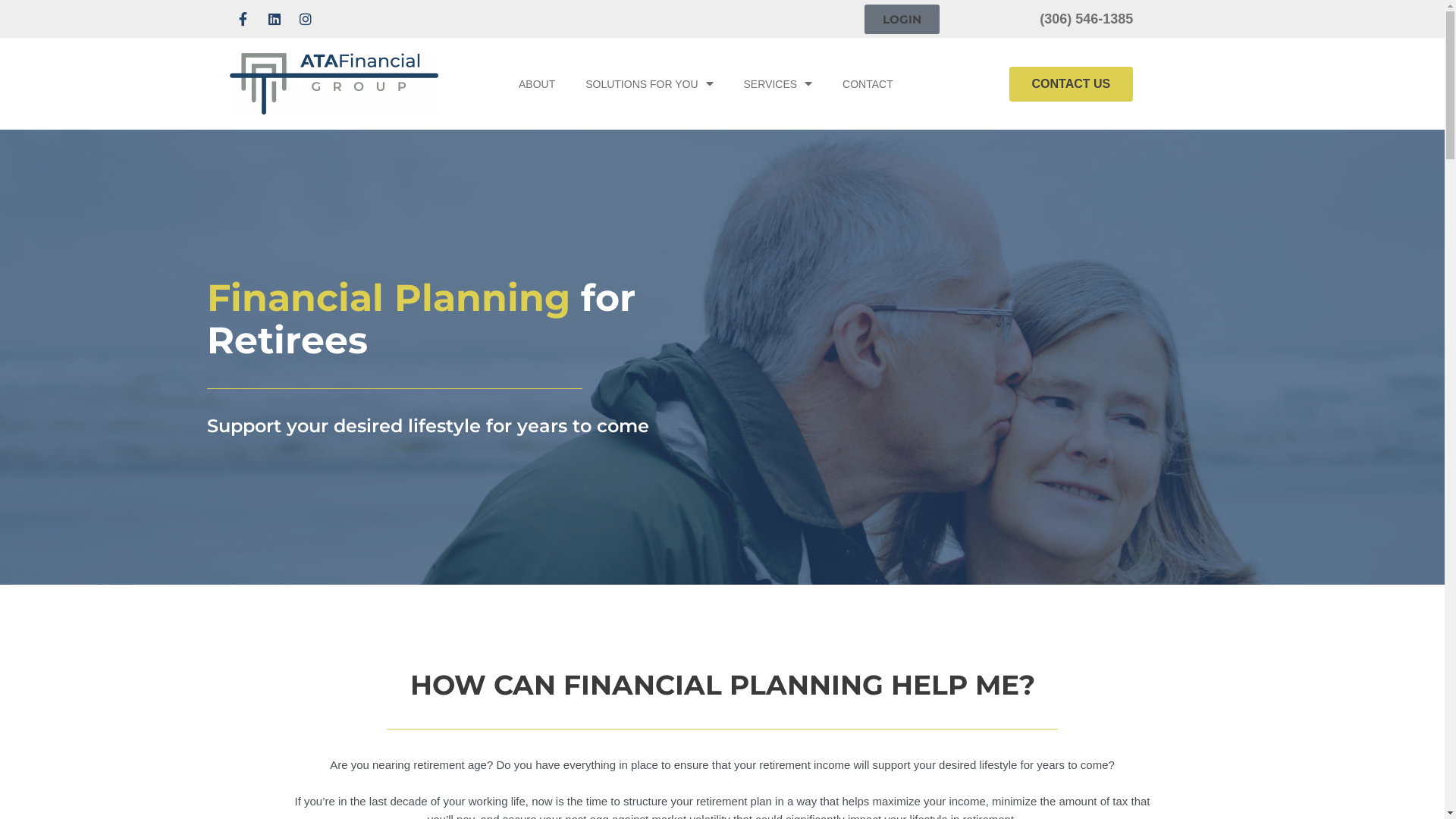  Describe the element at coordinates (728, 84) in the screenshot. I see `'SERVICES'` at that location.